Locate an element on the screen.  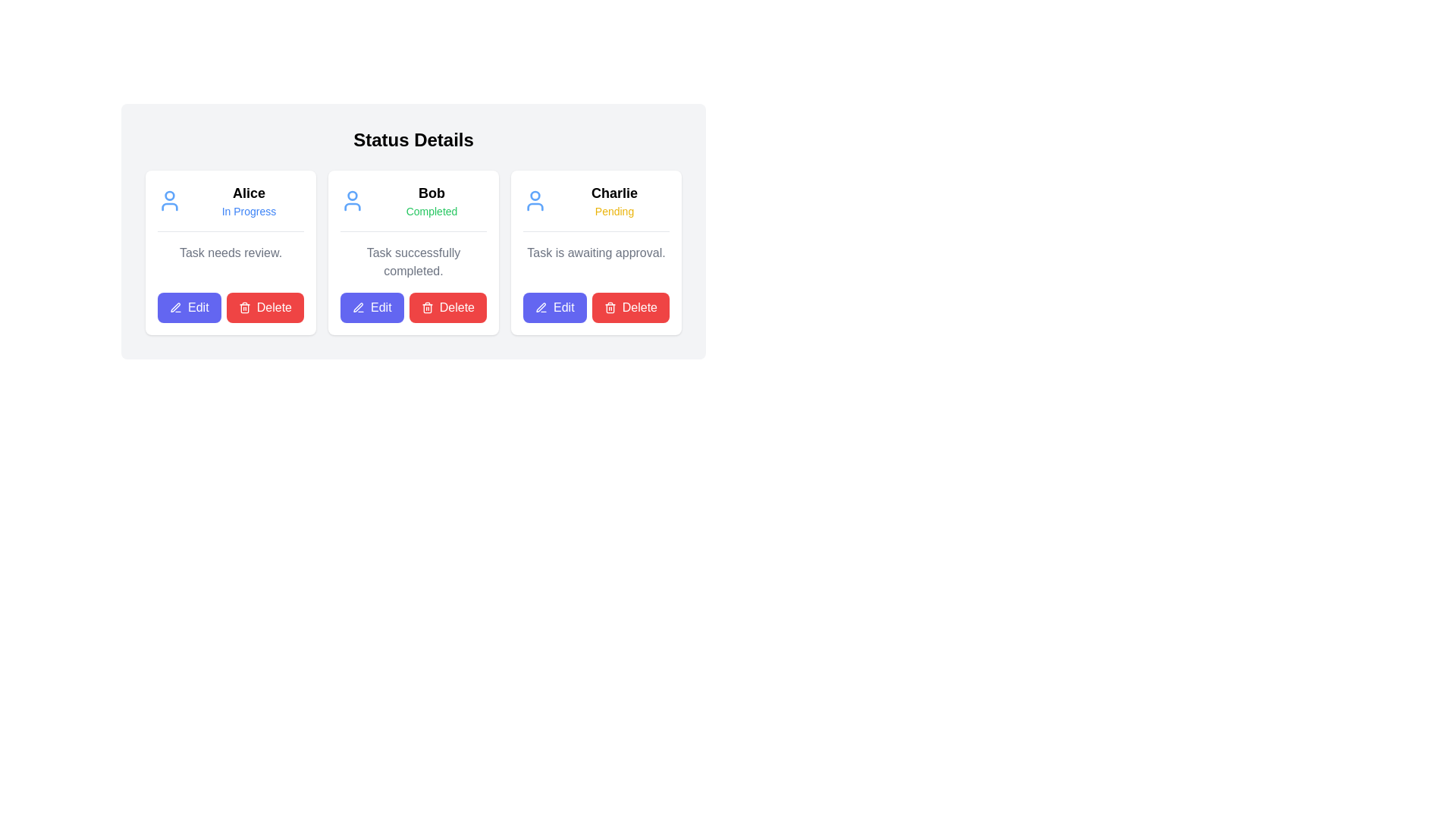
the pen icon within the 'Edit' button of the second card representing 'Bob' is located at coordinates (357, 307).